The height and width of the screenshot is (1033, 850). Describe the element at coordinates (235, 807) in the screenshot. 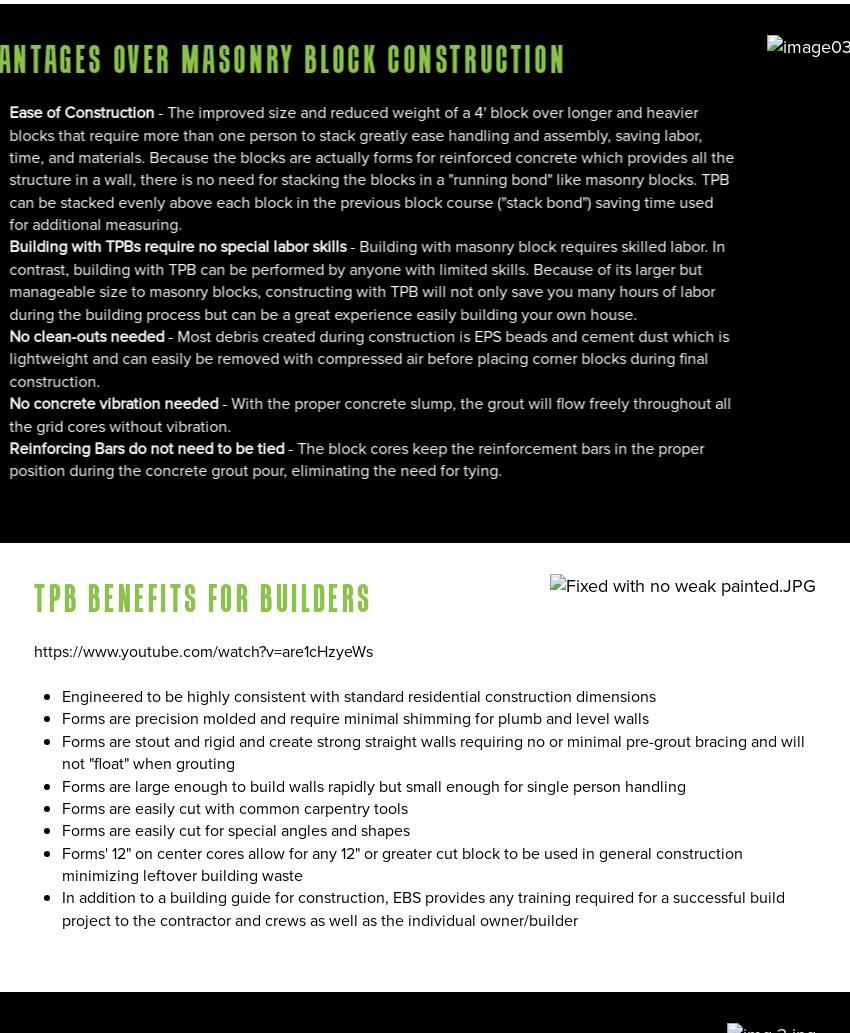

I see `'Forms are easily cut with common carpentry tools'` at that location.